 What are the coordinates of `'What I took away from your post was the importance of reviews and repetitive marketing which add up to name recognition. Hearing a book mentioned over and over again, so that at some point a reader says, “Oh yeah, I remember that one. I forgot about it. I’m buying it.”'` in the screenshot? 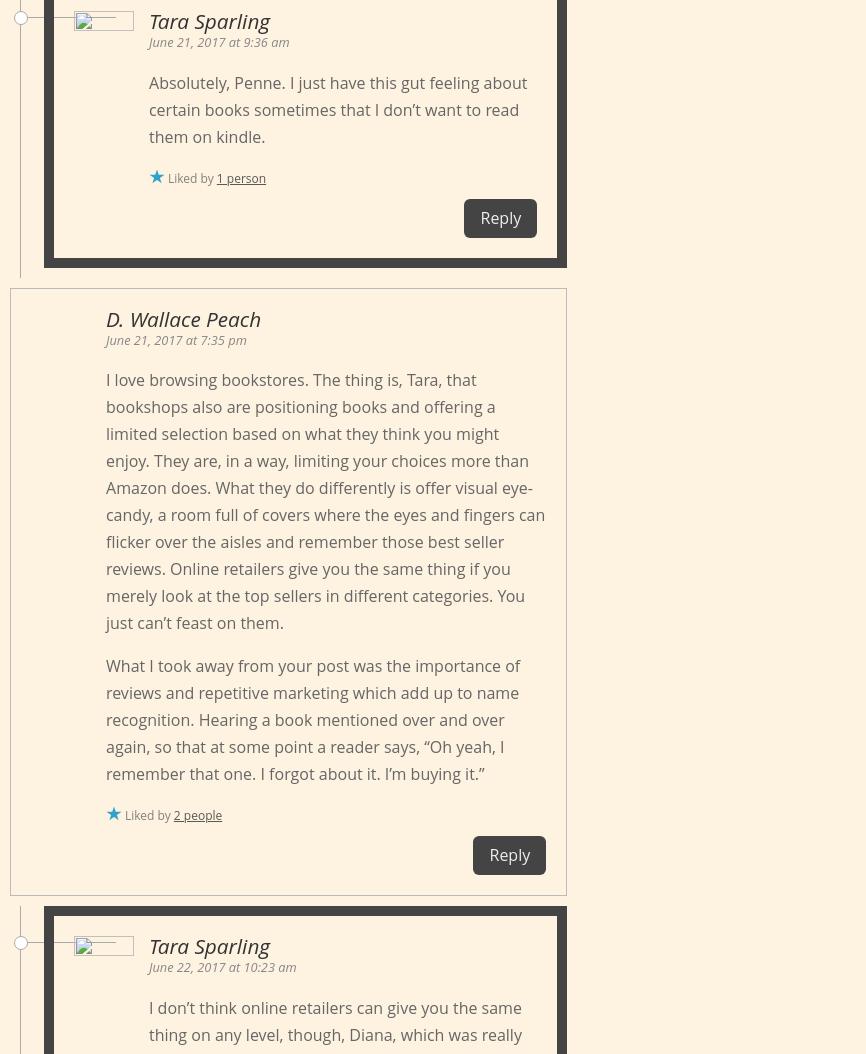 It's located at (105, 718).